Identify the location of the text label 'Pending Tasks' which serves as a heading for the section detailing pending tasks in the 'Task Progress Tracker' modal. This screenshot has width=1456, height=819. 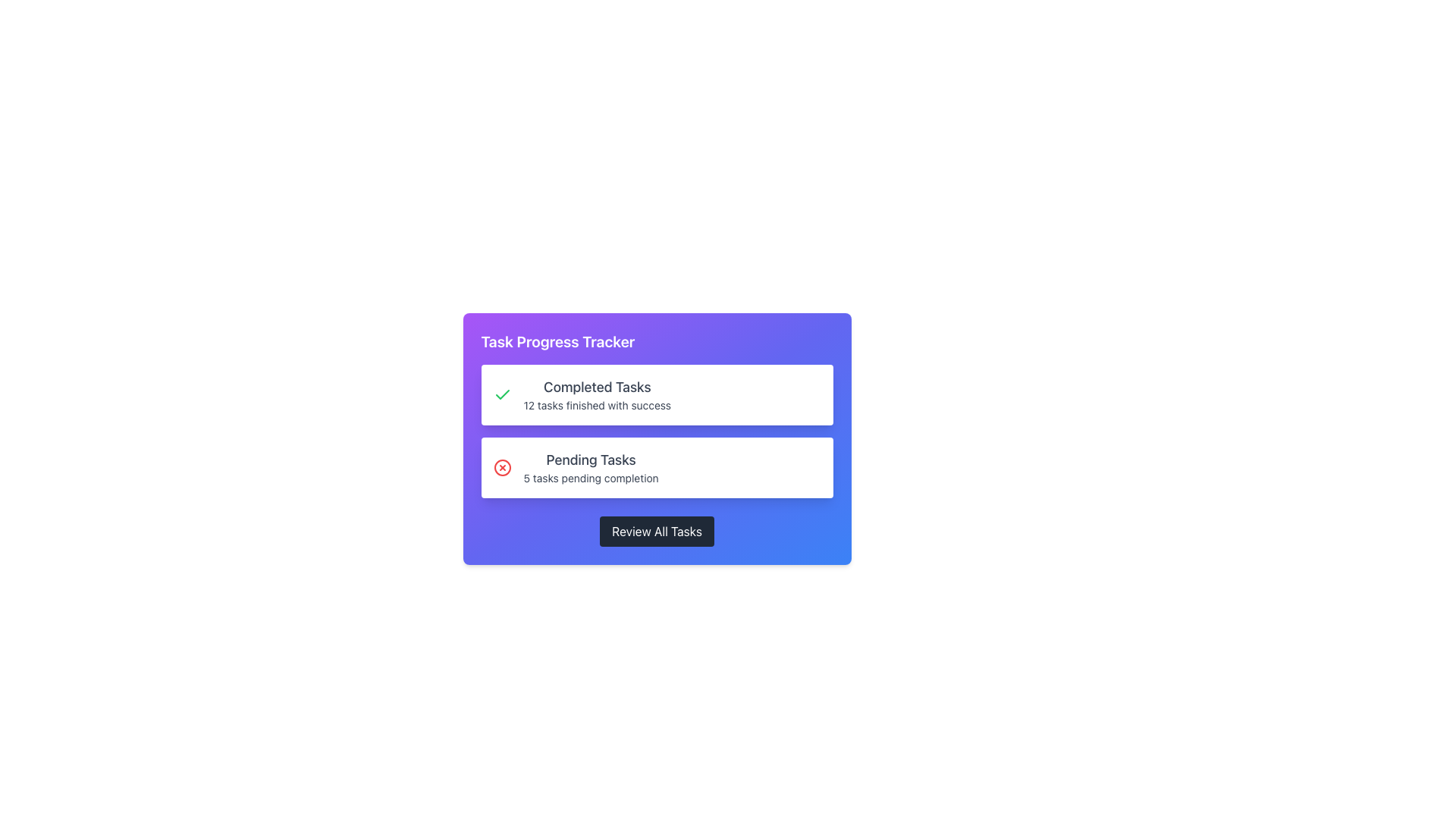
(590, 459).